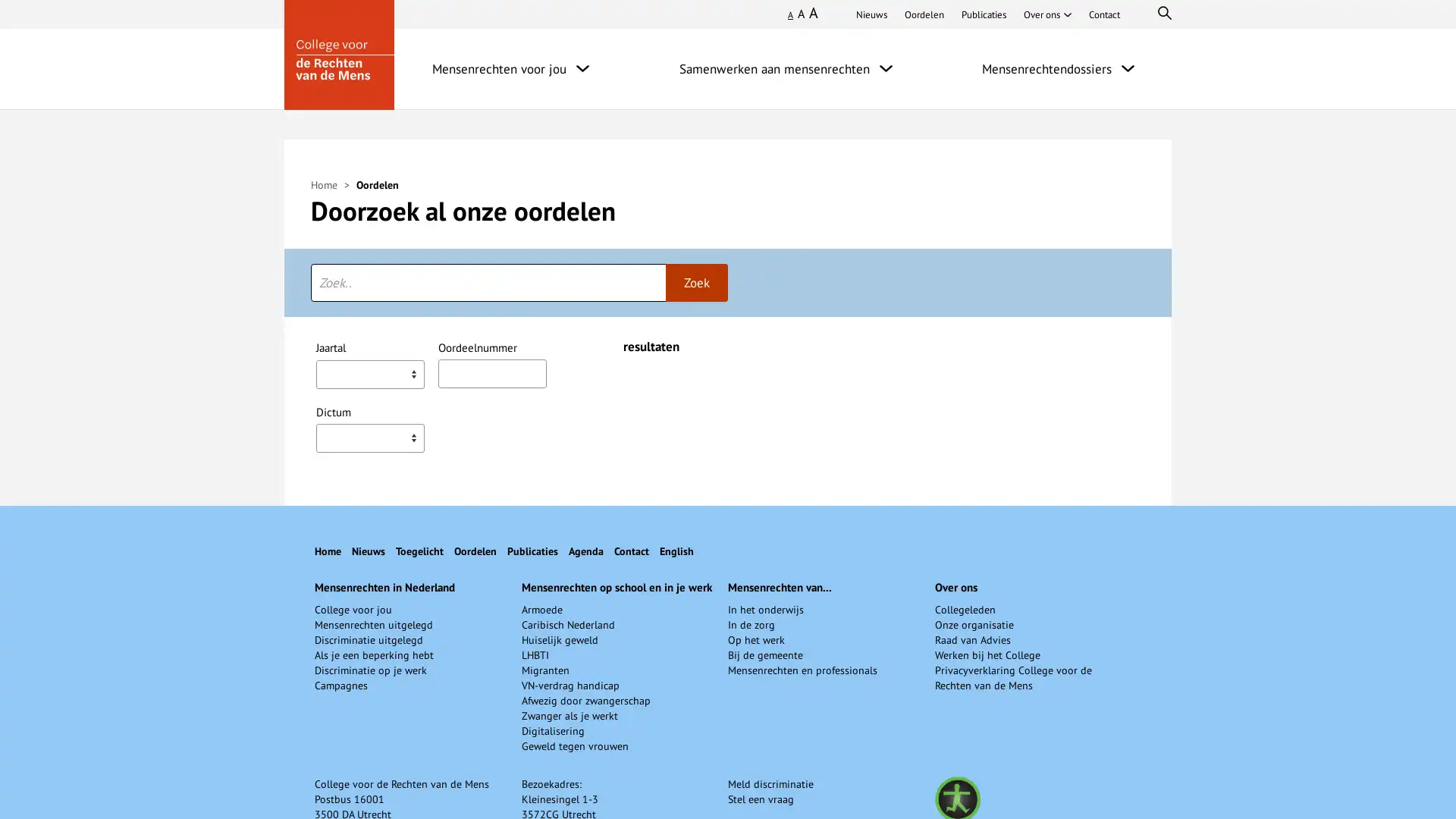  What do you see at coordinates (742, 494) in the screenshot?
I see `Arbeid - Arbeidsomstandigheden,` at bounding box center [742, 494].